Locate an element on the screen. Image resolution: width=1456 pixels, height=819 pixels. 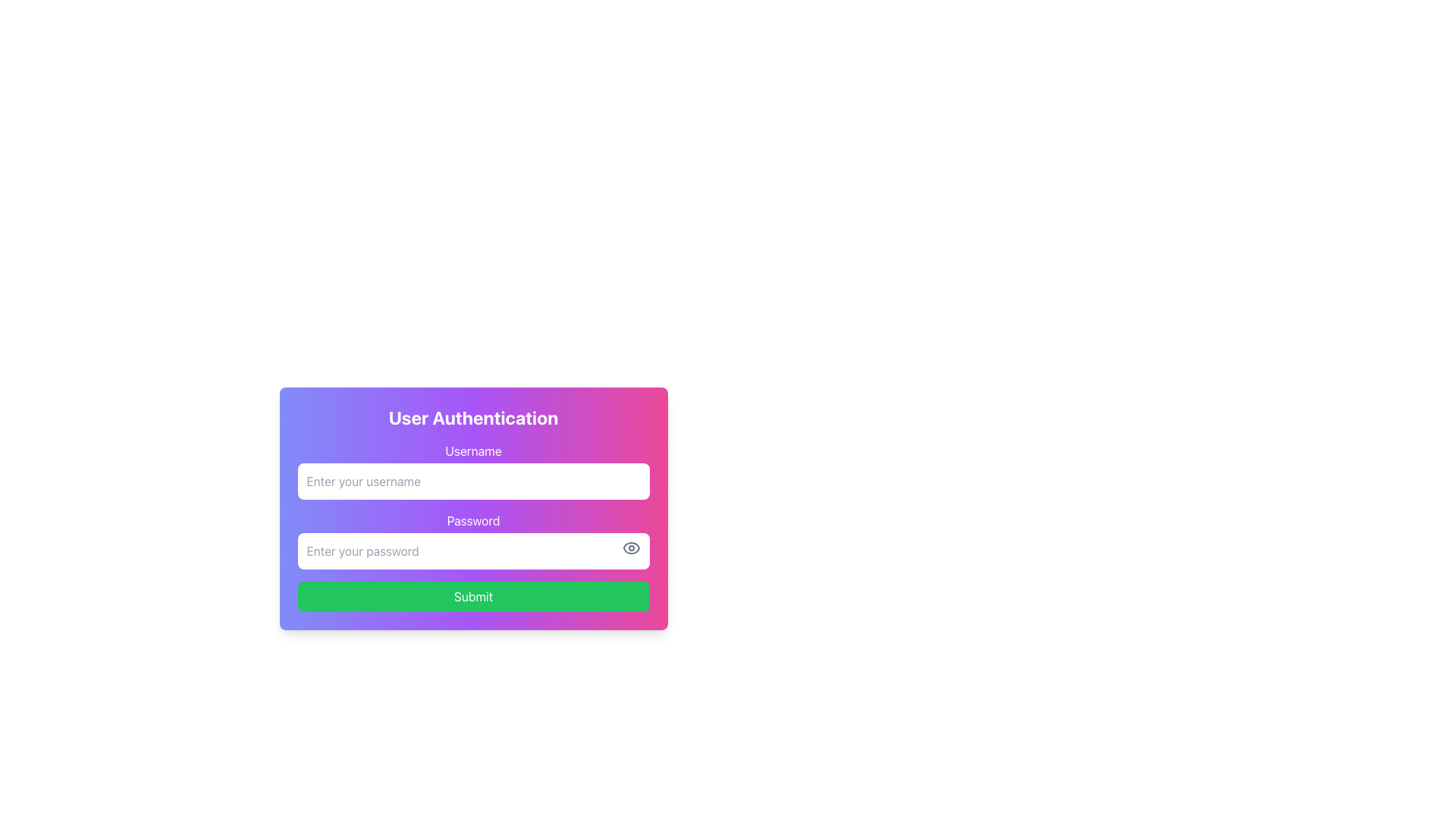
the outer boundary of the eye icon, which is located to the right of the 'Password' input field in the authentication form is located at coordinates (631, 548).